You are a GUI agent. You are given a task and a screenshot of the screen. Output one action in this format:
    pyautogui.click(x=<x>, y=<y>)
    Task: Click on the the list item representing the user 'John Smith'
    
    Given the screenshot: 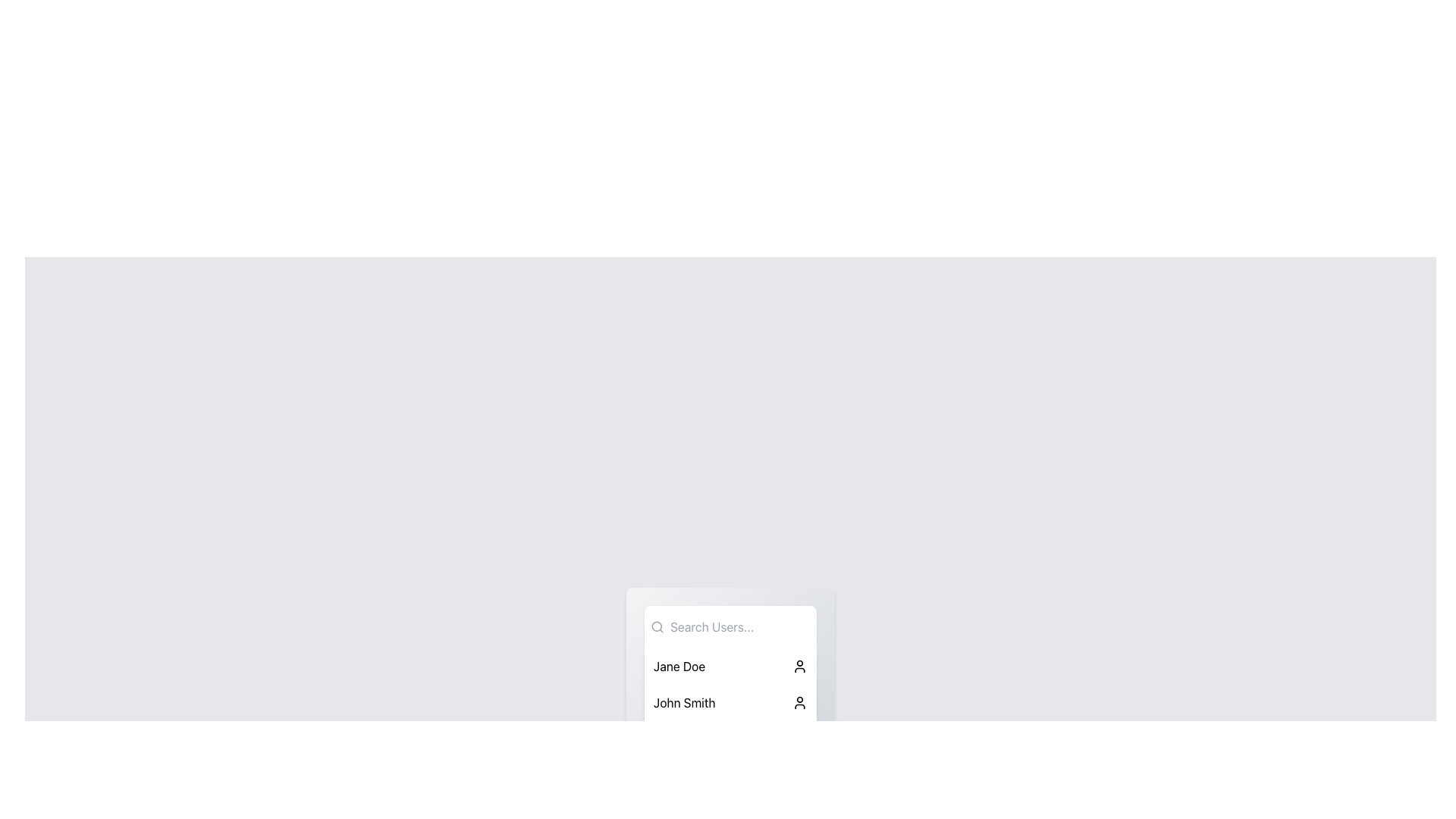 What is the action you would take?
    pyautogui.click(x=730, y=702)
    